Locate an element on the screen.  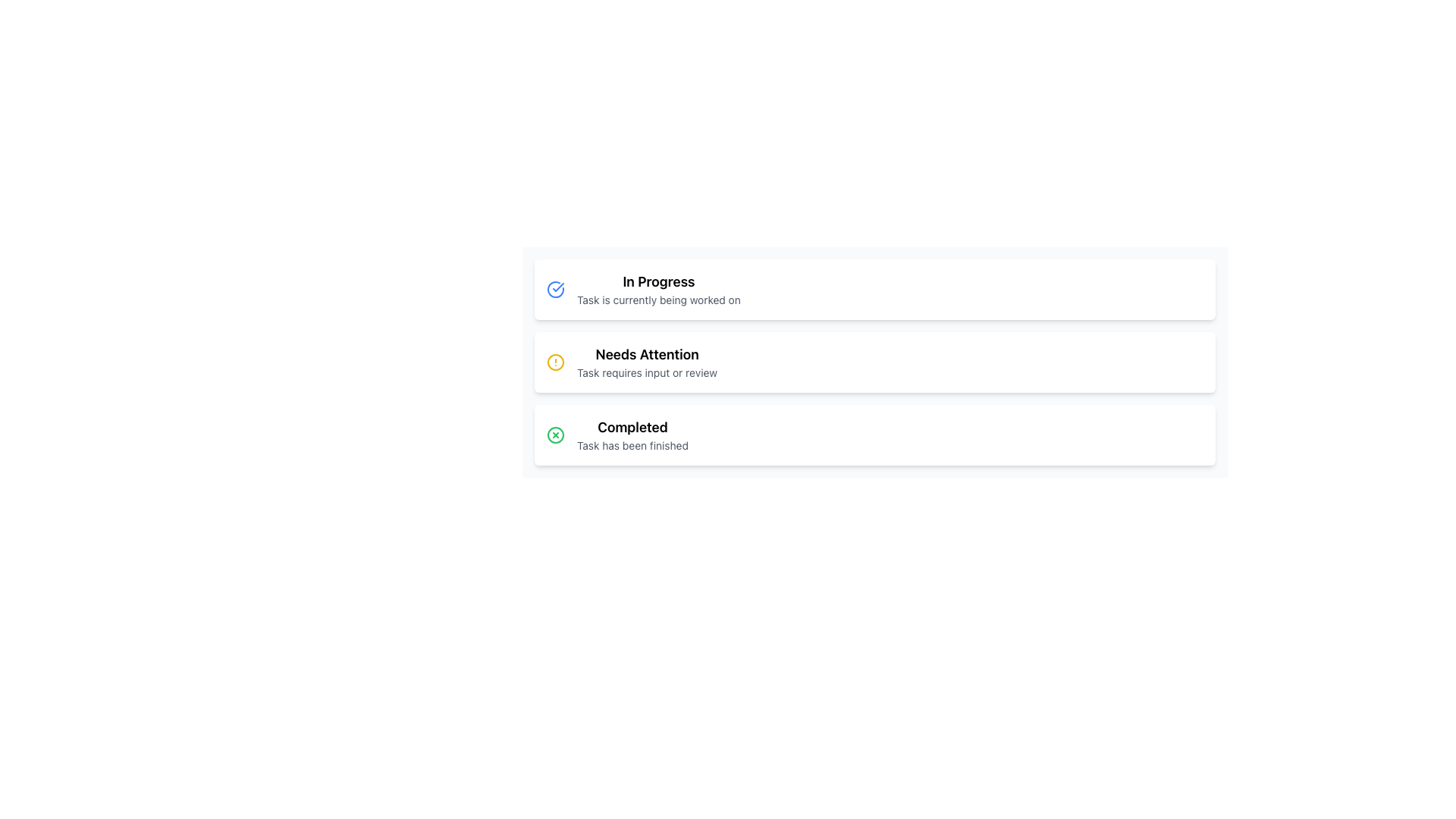
the static informational text displaying 'Task is currently being worked on' that is styled in gray and located below the 'In Progress' heading within a card layout is located at coordinates (658, 300).